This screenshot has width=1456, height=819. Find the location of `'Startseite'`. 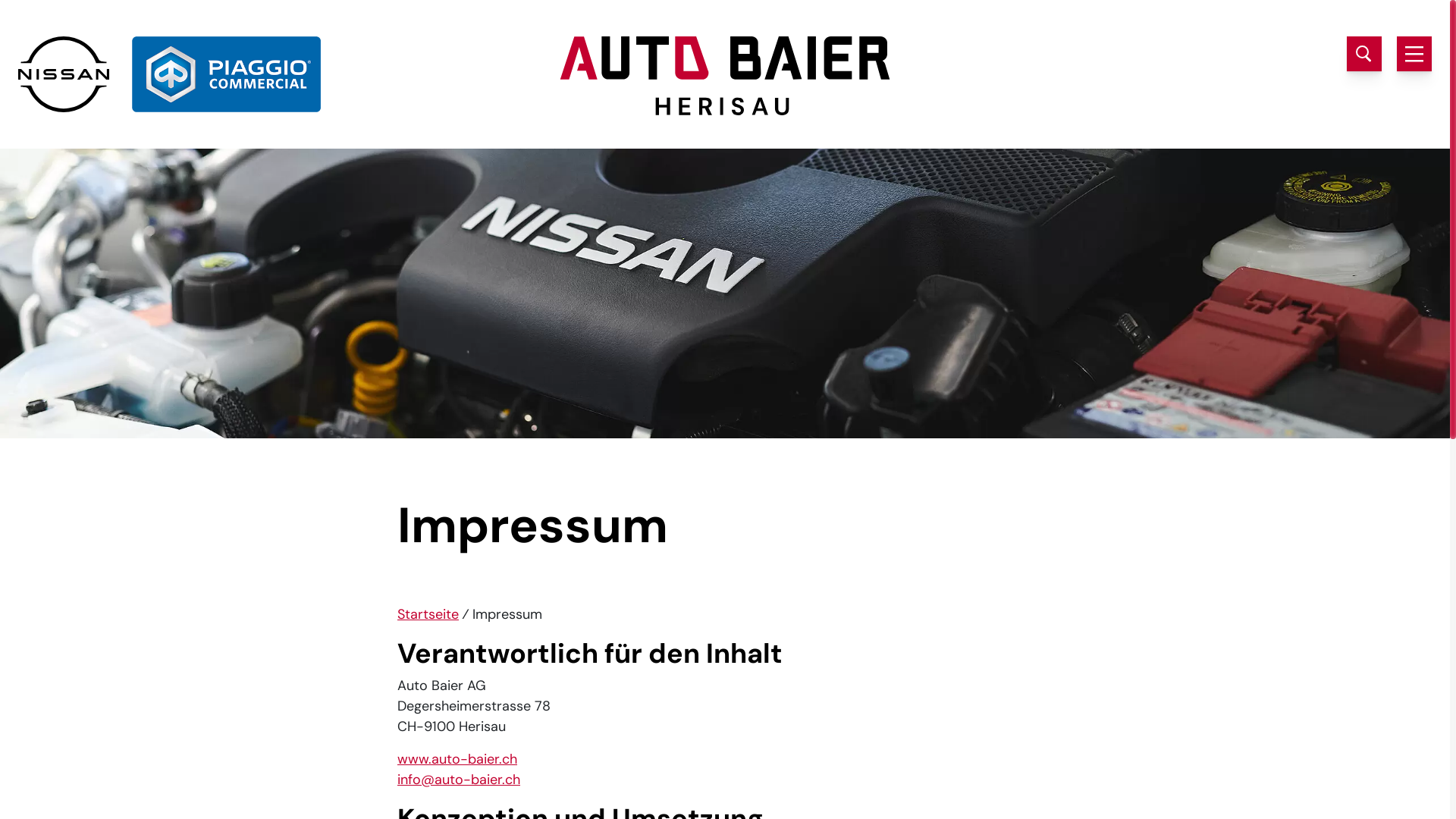

'Startseite' is located at coordinates (427, 614).